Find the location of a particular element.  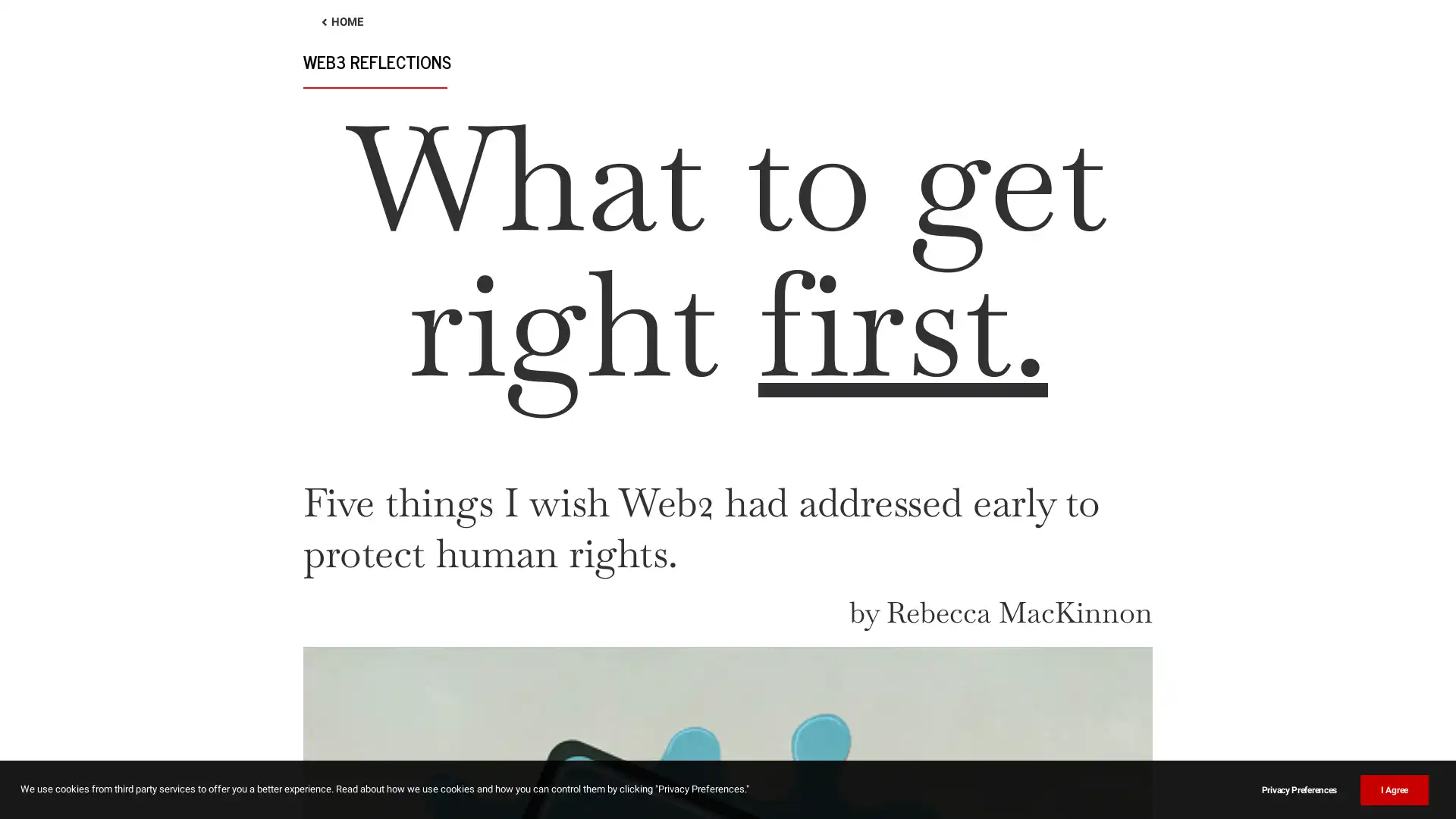

I Agree is located at coordinates (1394, 789).